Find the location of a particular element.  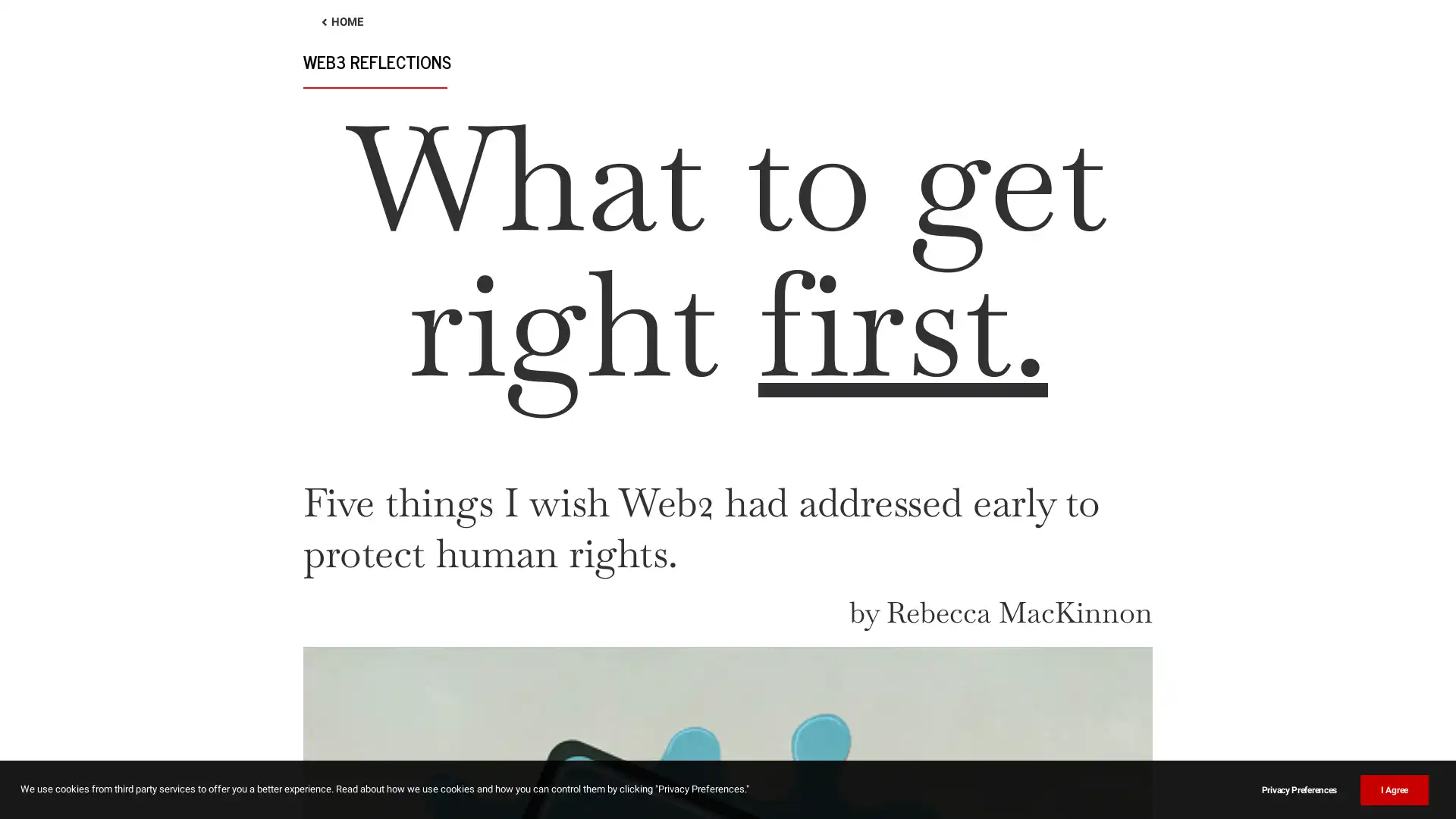

I Agree is located at coordinates (1394, 789).